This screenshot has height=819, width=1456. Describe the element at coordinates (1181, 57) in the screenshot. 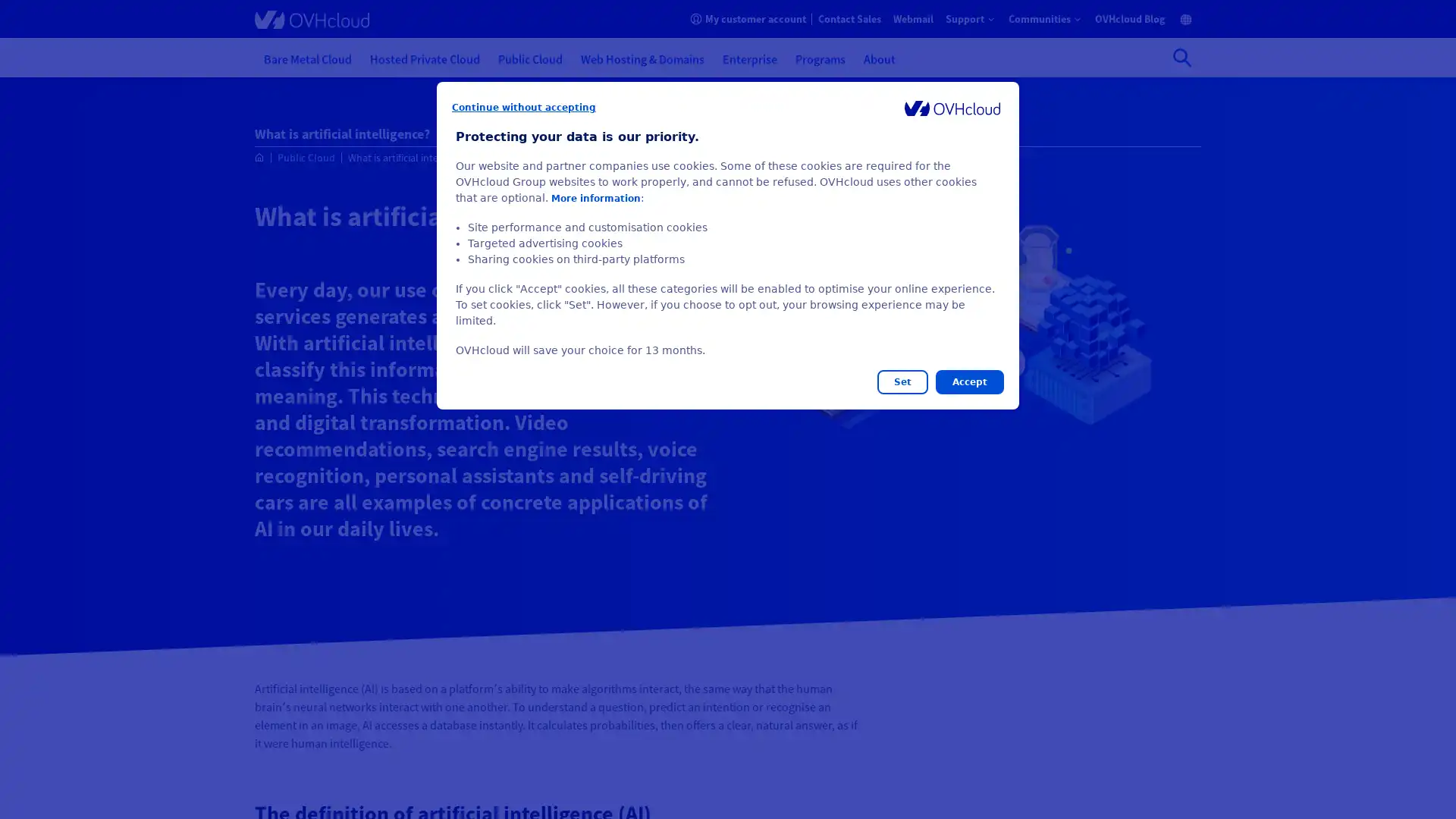

I see `Open search bar` at that location.